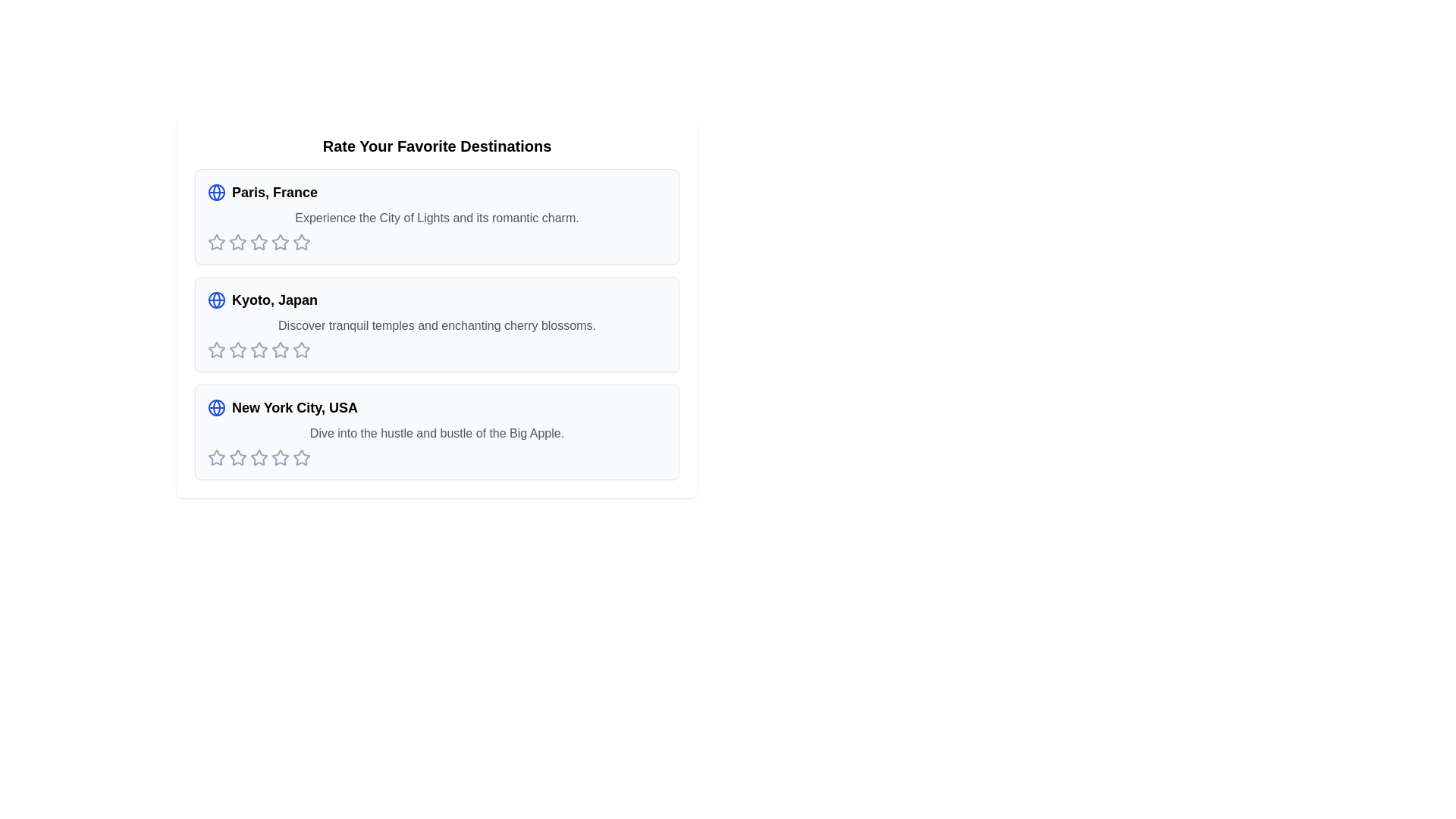 The height and width of the screenshot is (819, 1456). I want to click on the first rating star icon, which is a gray star-shaped SVG located beneath the 'New York City, USA' description, so click(237, 457).